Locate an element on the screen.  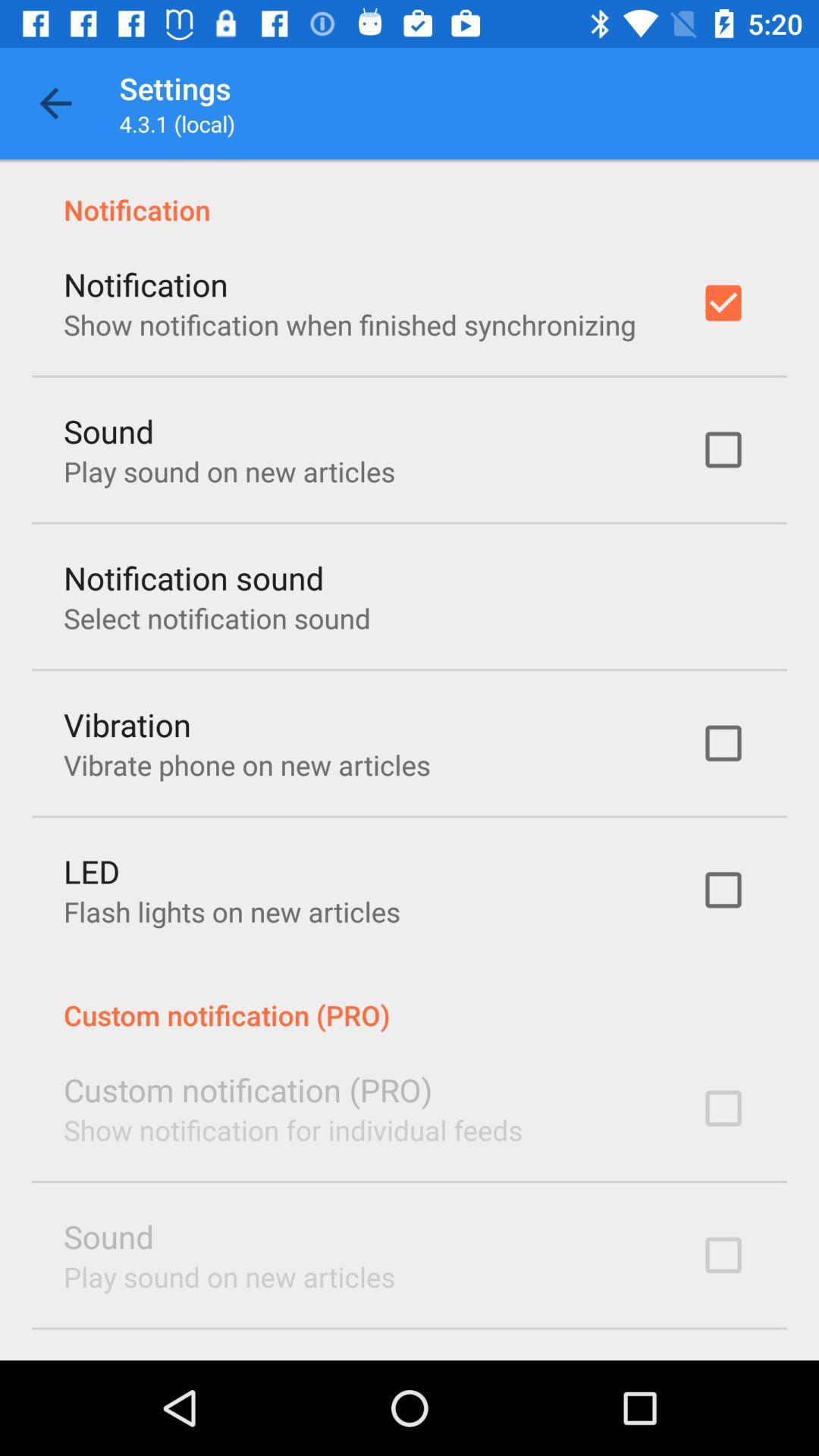
the vibrate phone on is located at coordinates (246, 764).